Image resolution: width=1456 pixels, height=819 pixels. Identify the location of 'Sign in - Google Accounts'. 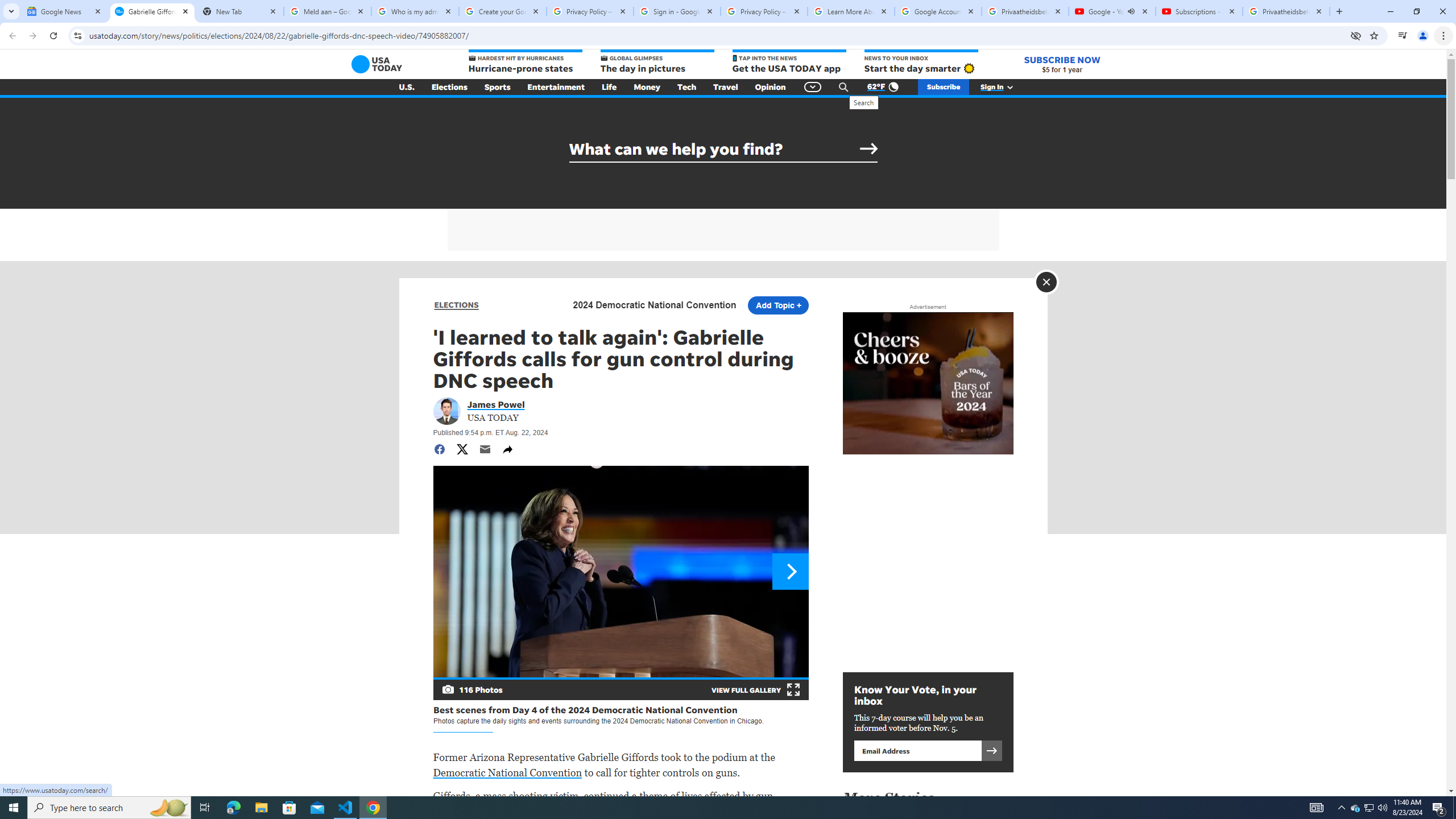
(677, 11).